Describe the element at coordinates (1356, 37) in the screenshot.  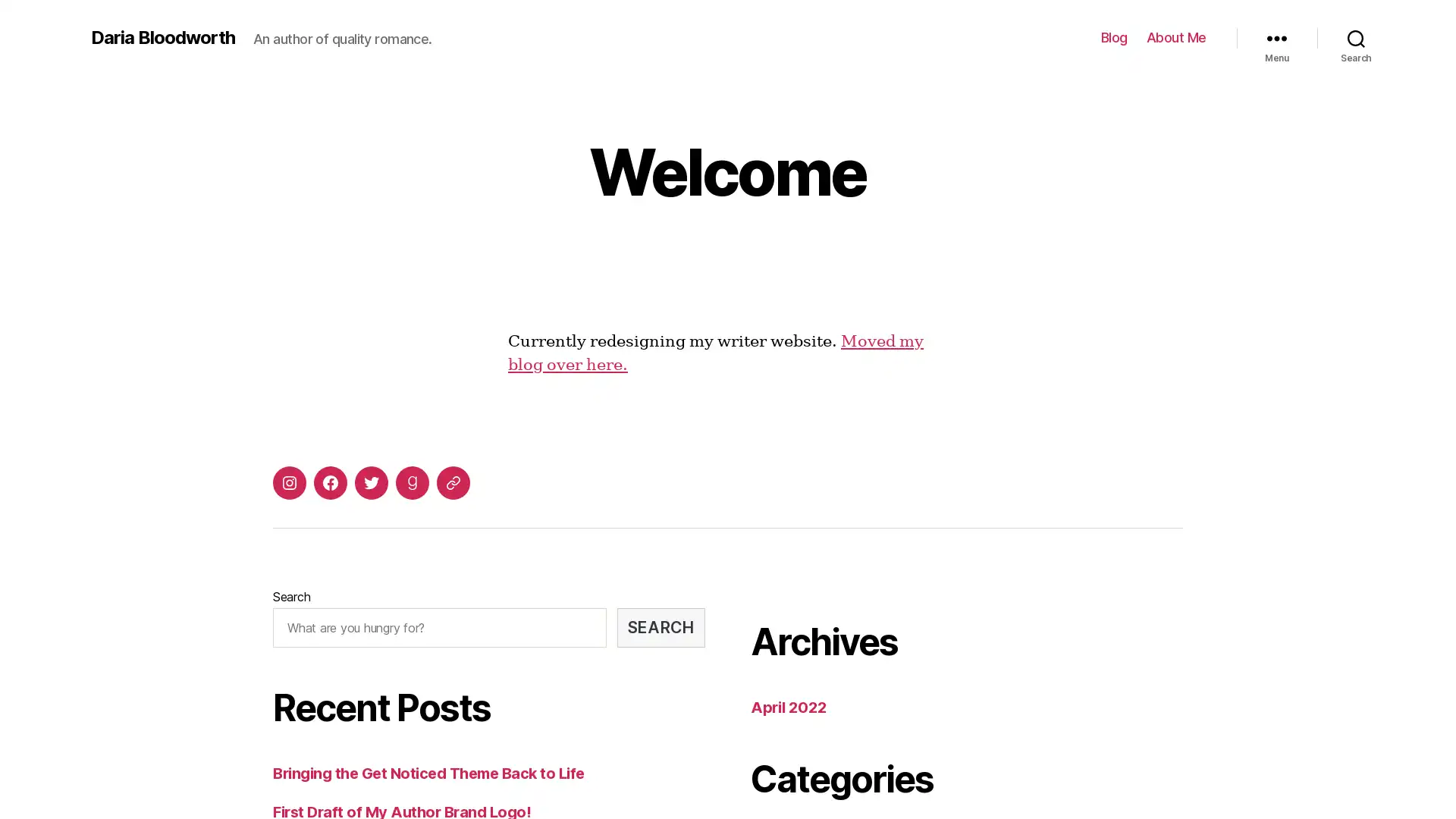
I see `Search` at that location.